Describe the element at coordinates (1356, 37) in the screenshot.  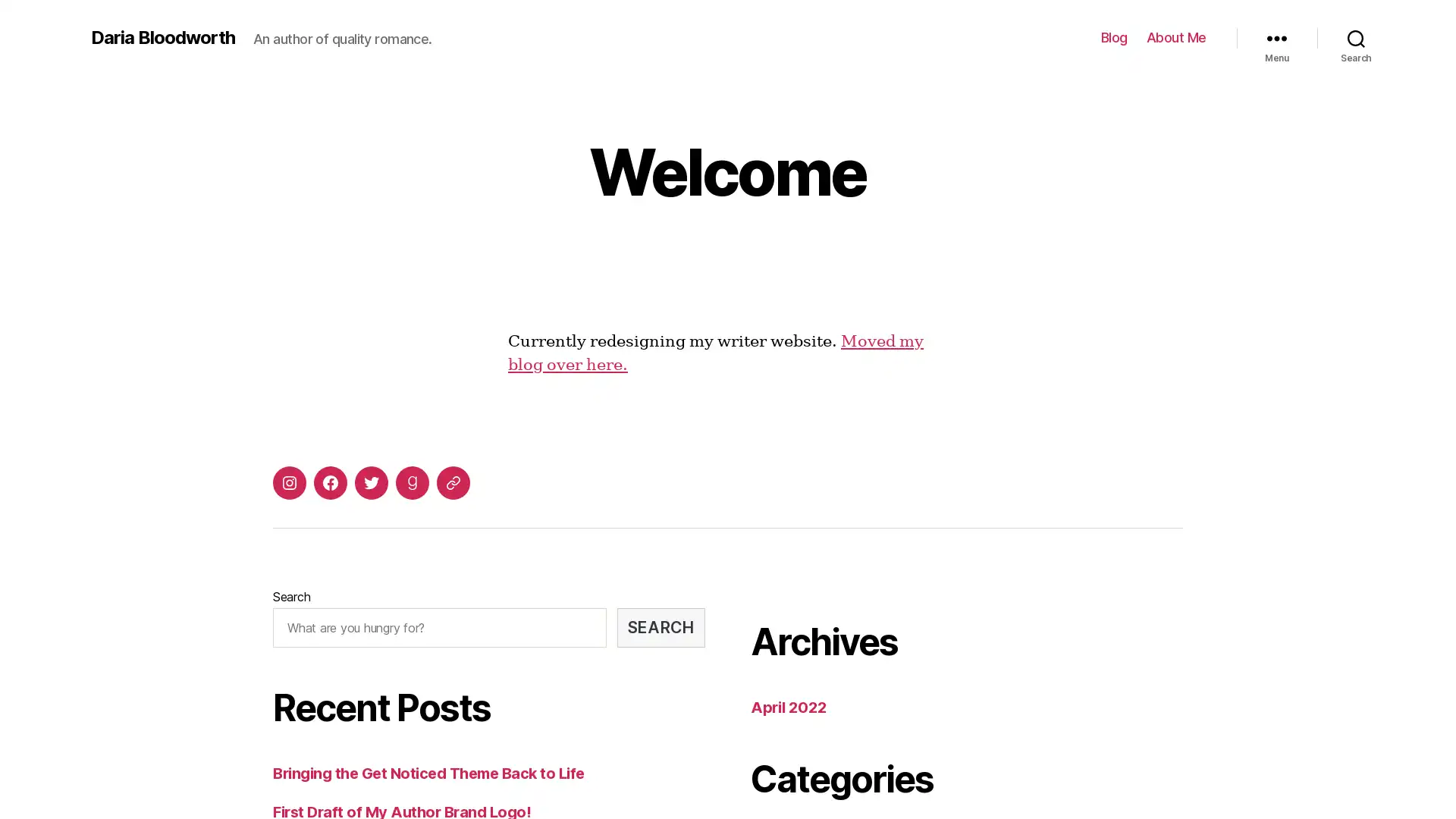
I see `Search` at that location.